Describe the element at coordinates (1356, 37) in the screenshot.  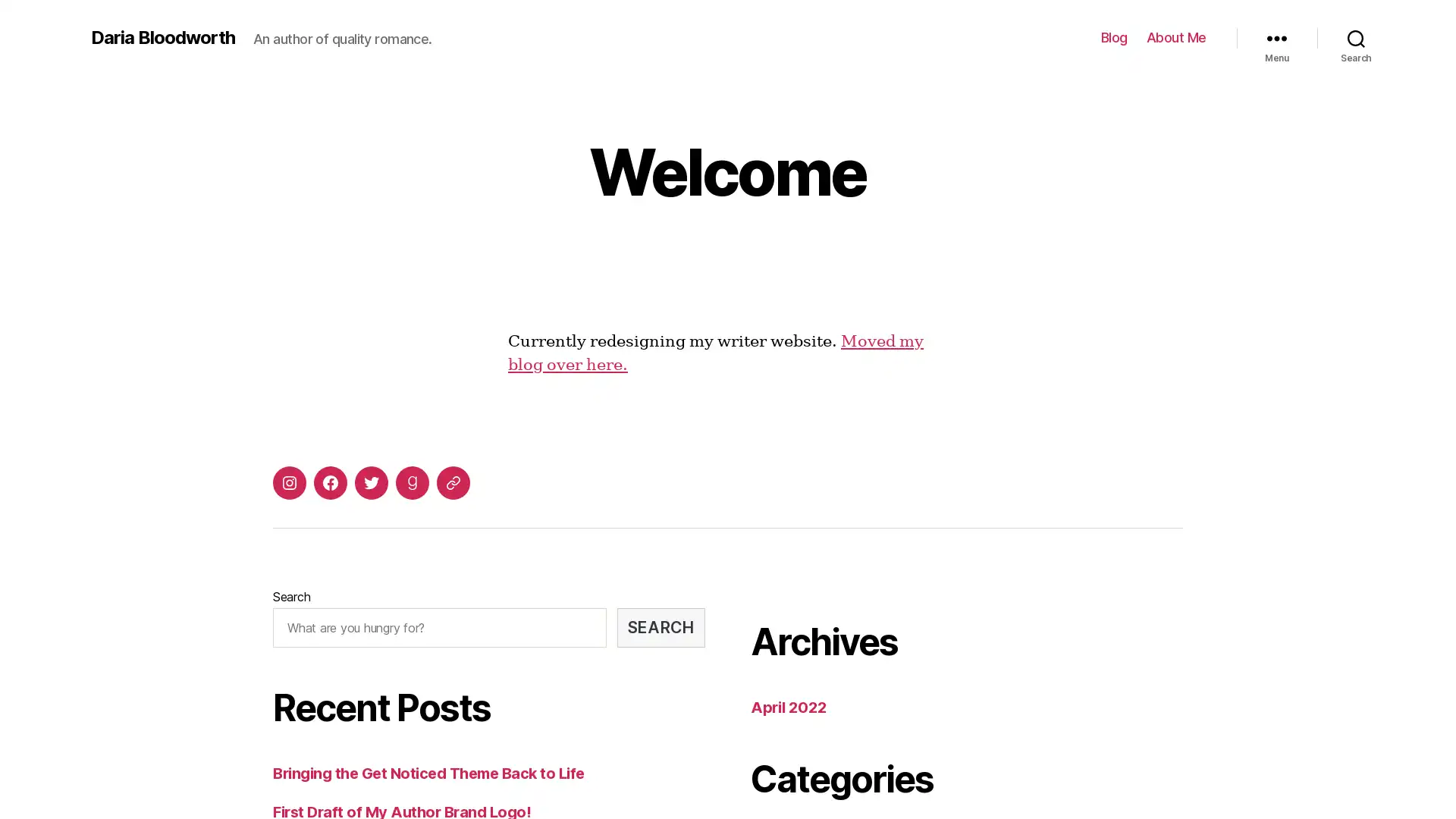
I see `Search` at that location.